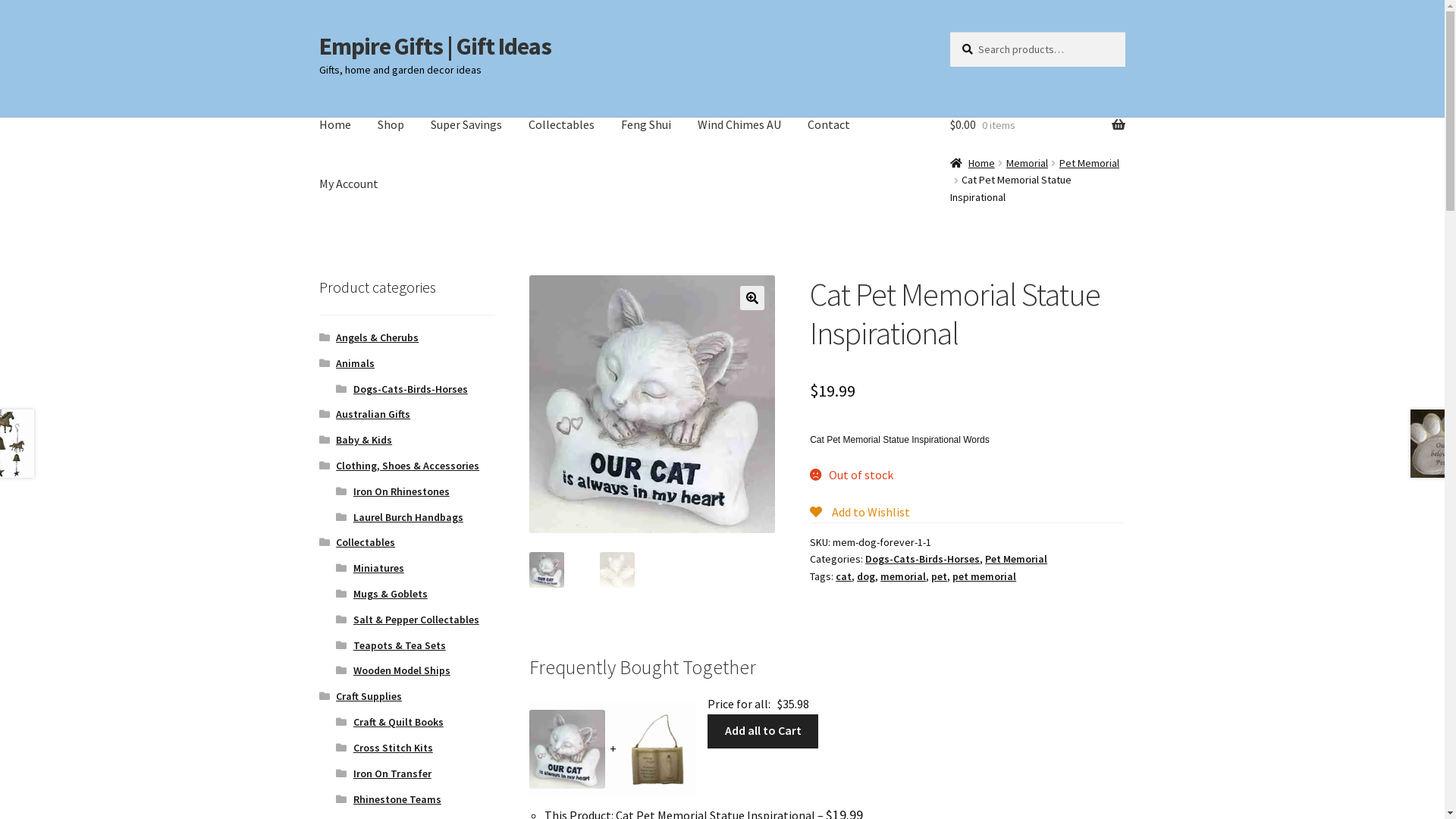  What do you see at coordinates (377, 336) in the screenshot?
I see `'Angels & Cherubs'` at bounding box center [377, 336].